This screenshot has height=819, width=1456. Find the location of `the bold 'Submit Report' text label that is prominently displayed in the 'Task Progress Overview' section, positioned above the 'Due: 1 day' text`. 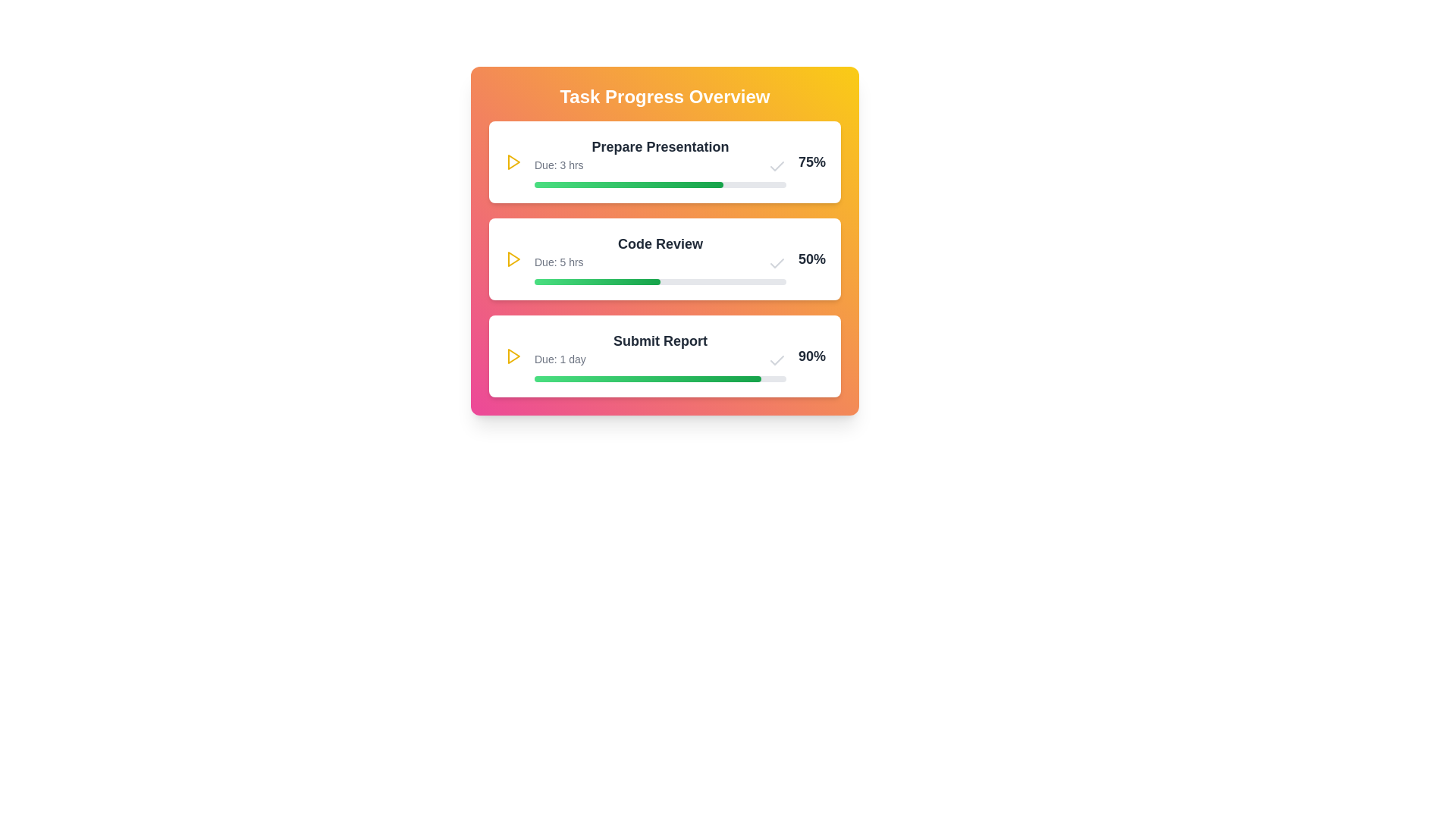

the bold 'Submit Report' text label that is prominently displayed in the 'Task Progress Overview' section, positioned above the 'Due: 1 day' text is located at coordinates (660, 341).